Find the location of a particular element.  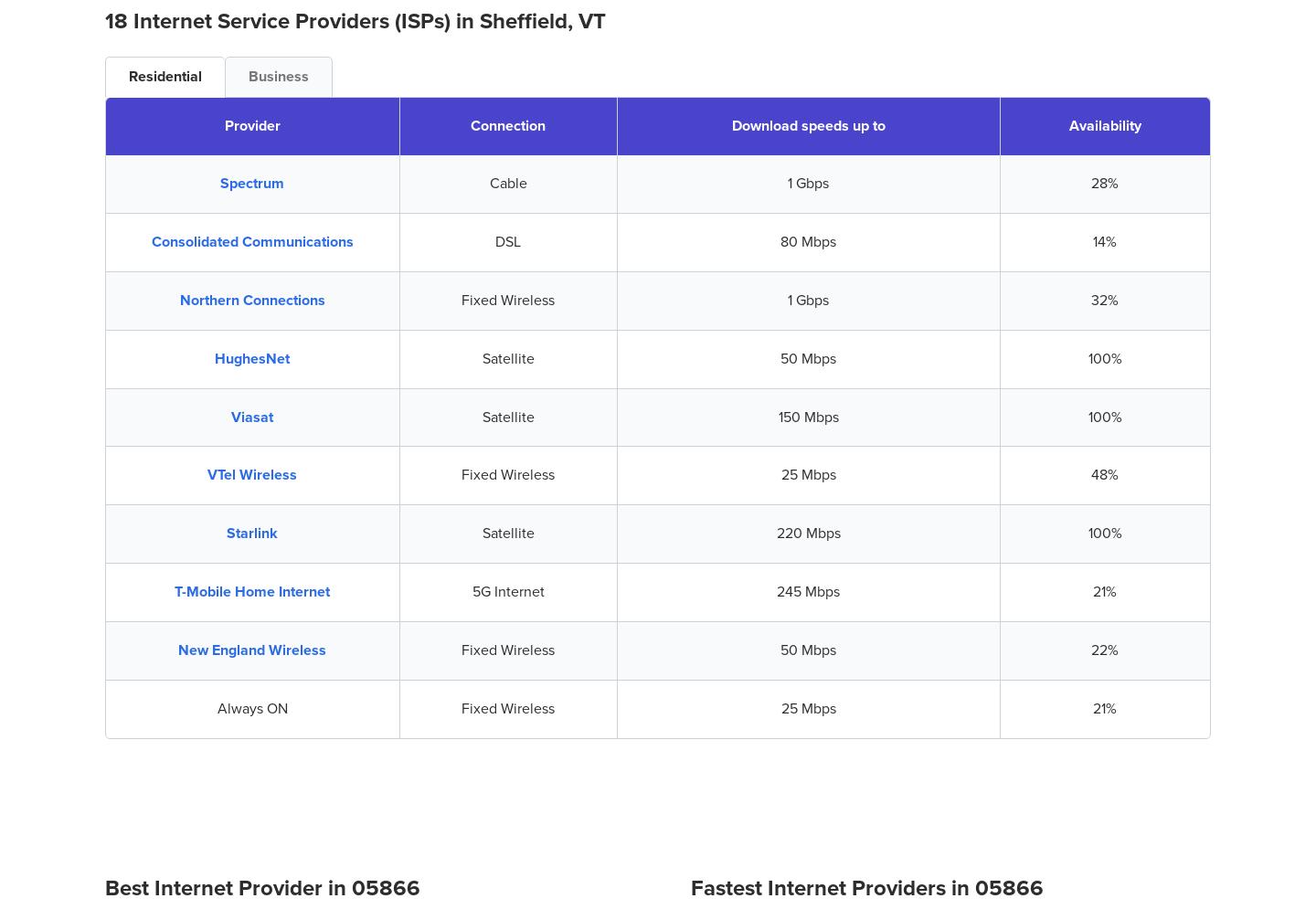

'5G Internet' is located at coordinates (507, 592).